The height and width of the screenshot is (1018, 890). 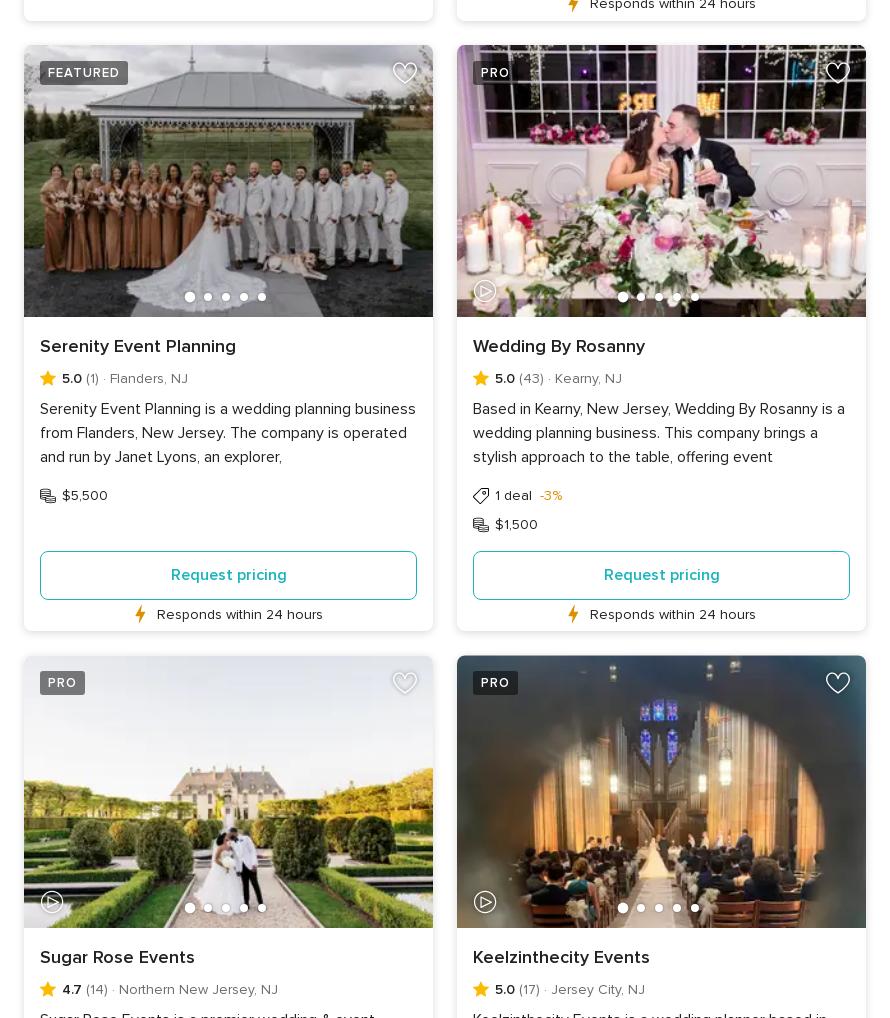 I want to click on 'Serenity Event Planning is a wedding planning business from Flanders, New Jersey. The company is operated and run by Janet Lyons, an explorer,', so click(x=39, y=431).